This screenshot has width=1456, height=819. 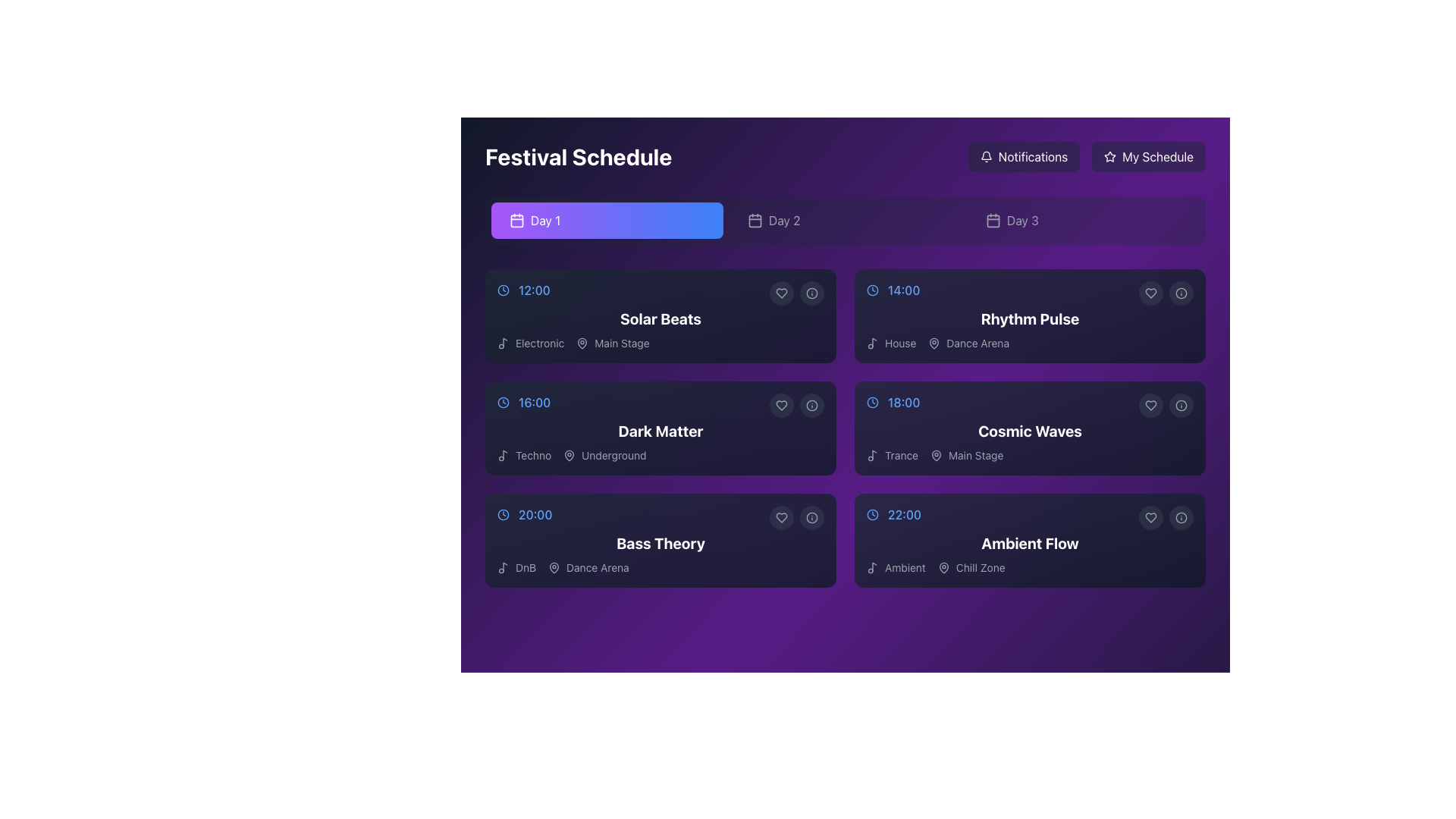 What do you see at coordinates (1083, 220) in the screenshot?
I see `the 'Day 3' button located within the 'Festival Schedule' interface for keyboard navigation` at bounding box center [1083, 220].